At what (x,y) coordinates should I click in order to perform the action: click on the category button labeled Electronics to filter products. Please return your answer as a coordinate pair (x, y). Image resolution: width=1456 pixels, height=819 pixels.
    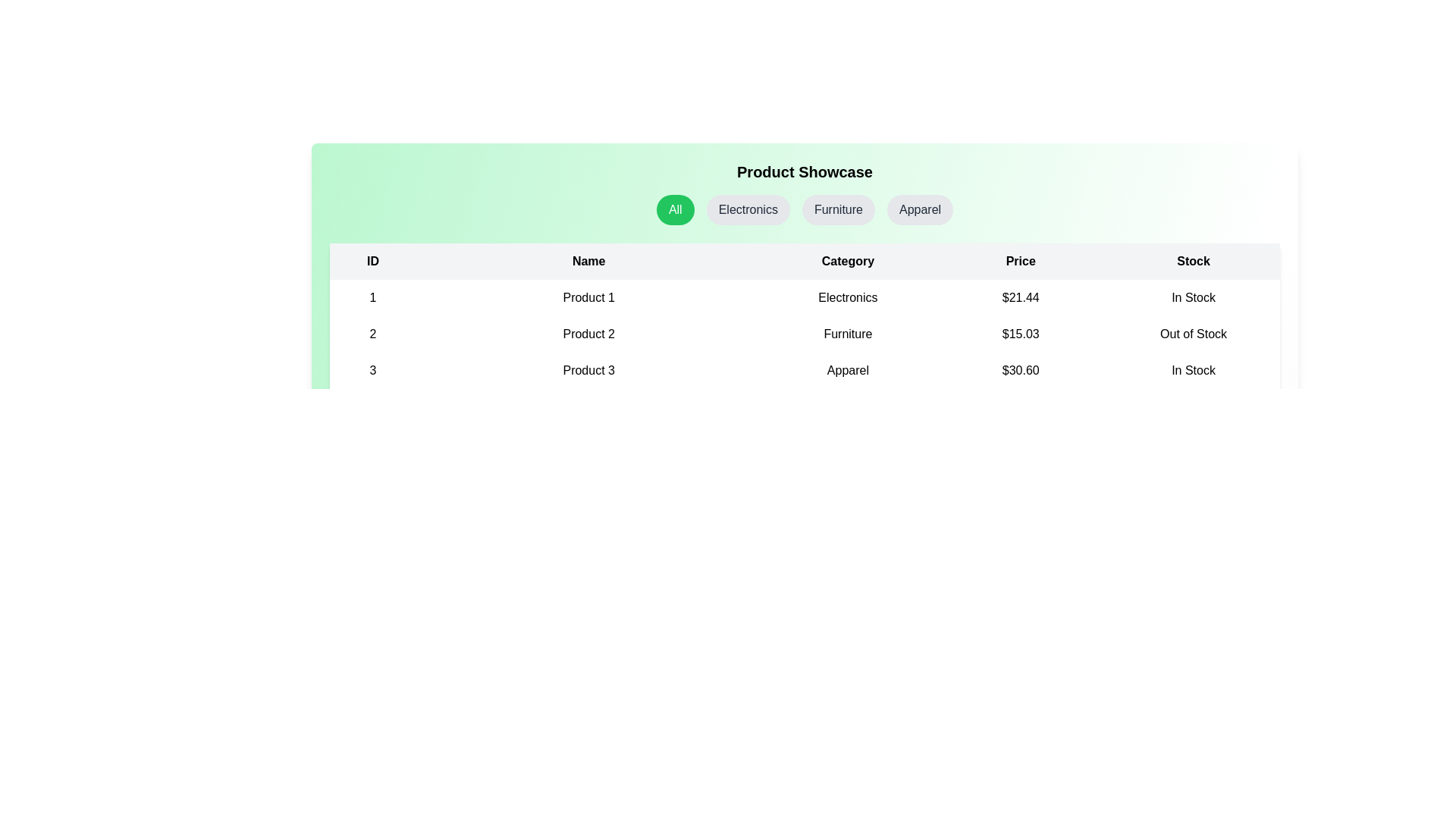
    Looking at the image, I should click on (748, 210).